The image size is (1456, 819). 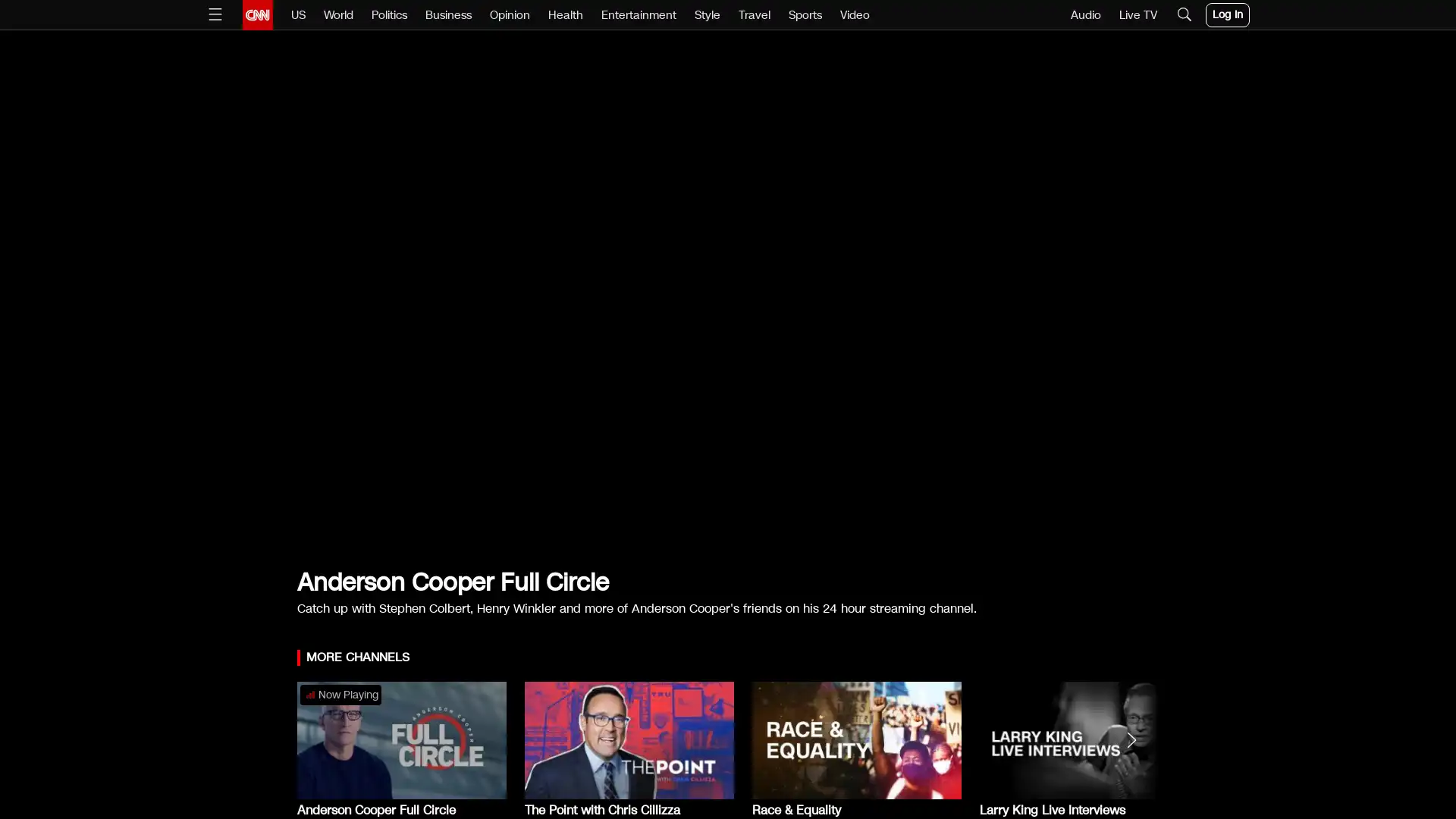 I want to click on Open Menu Icon, so click(x=214, y=14).